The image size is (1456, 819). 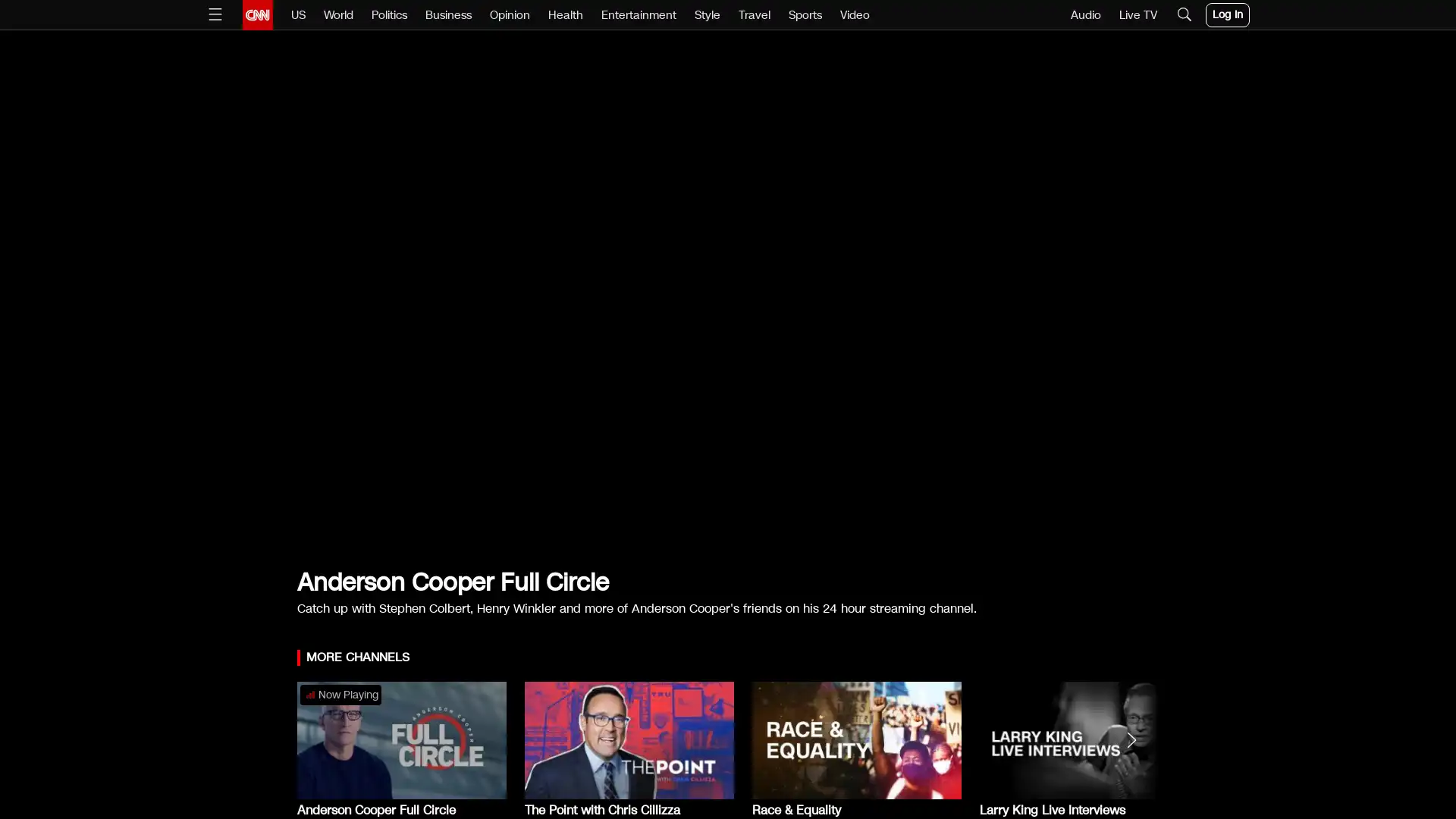 I want to click on Open Menu Icon, so click(x=214, y=14).